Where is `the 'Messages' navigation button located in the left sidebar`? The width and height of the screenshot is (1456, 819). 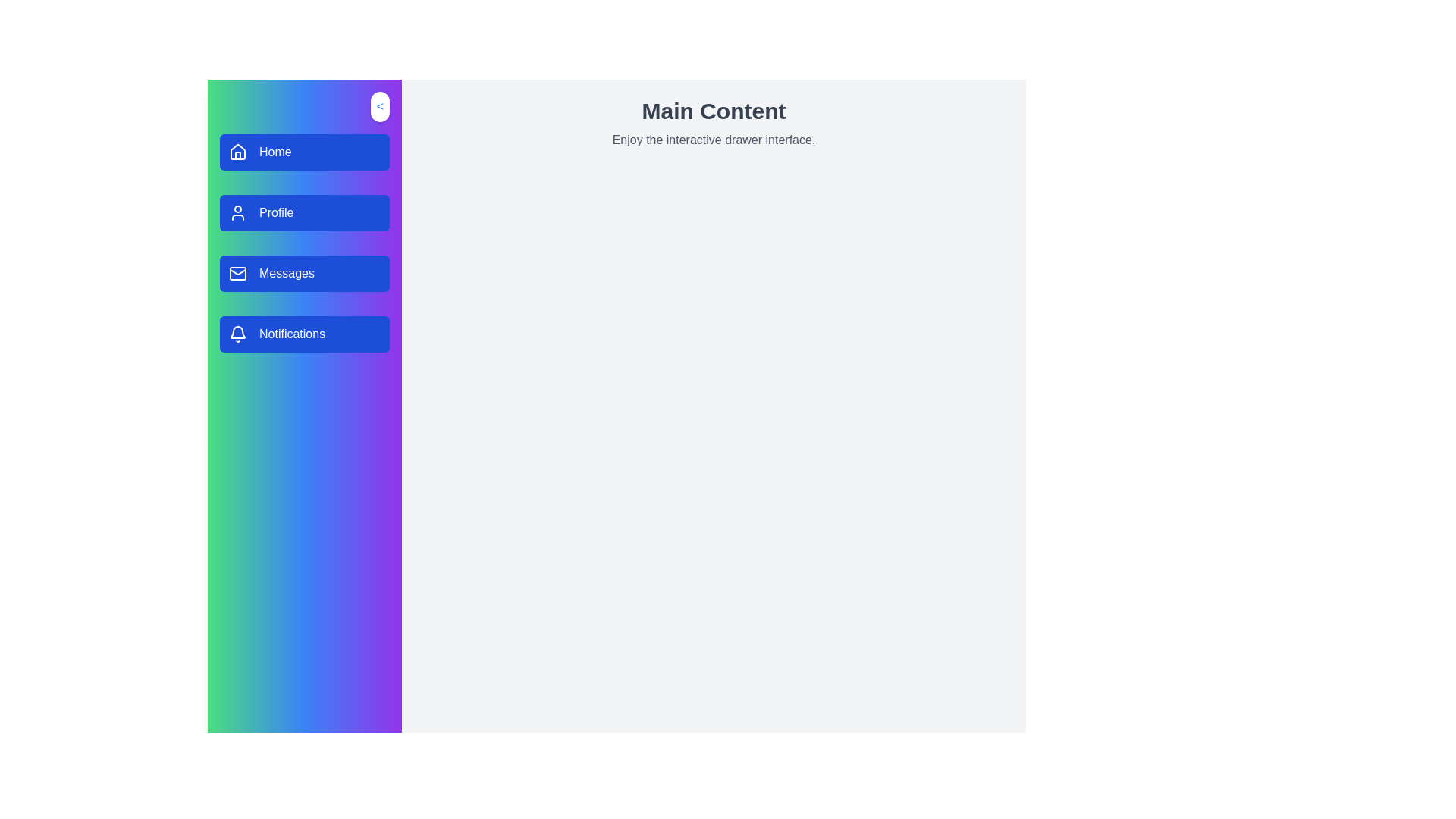 the 'Messages' navigation button located in the left sidebar is located at coordinates (304, 274).